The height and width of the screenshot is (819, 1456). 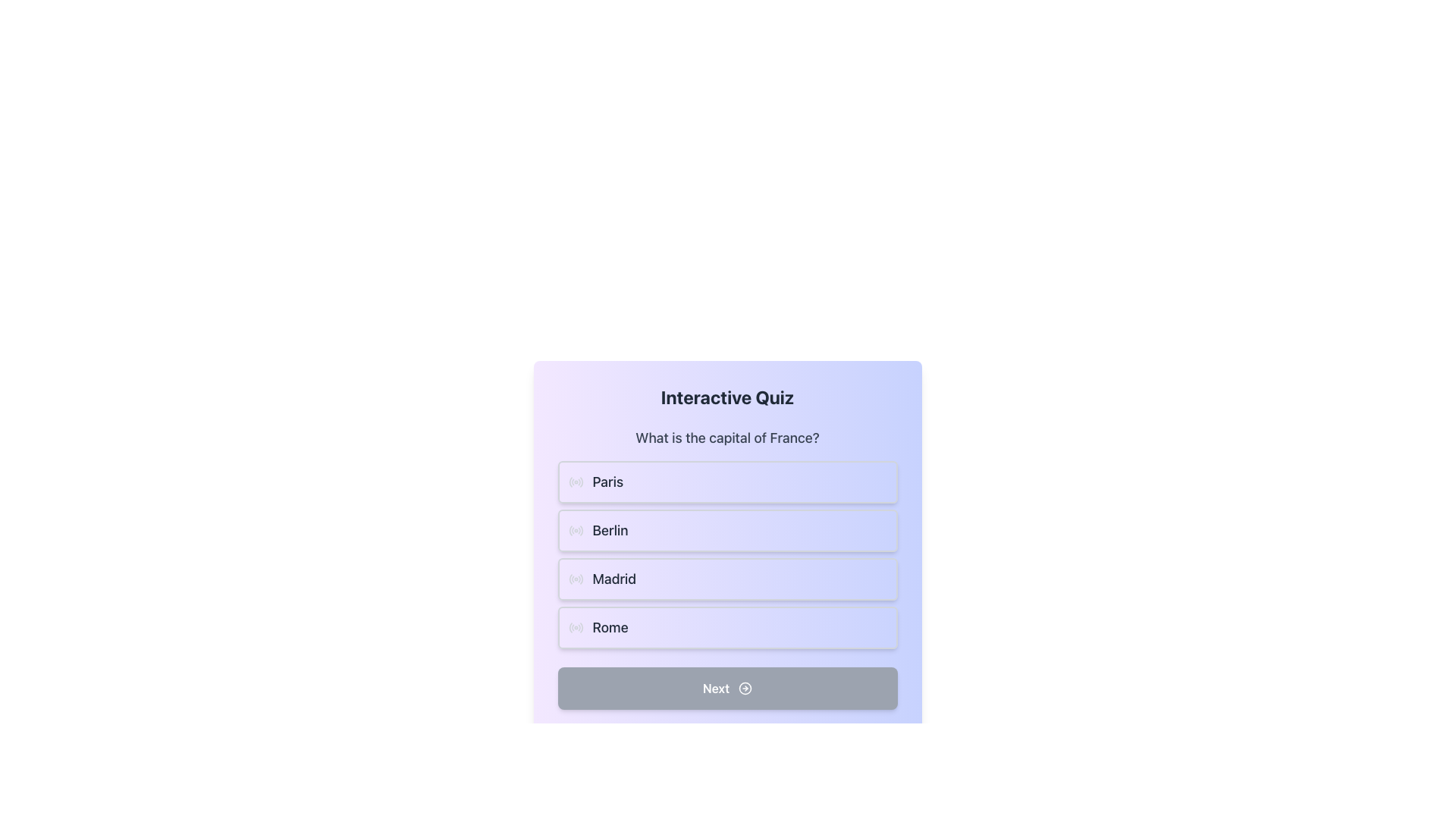 I want to click on the selected radio button for the option 'Berlin' in the quiz interface, so click(x=575, y=529).